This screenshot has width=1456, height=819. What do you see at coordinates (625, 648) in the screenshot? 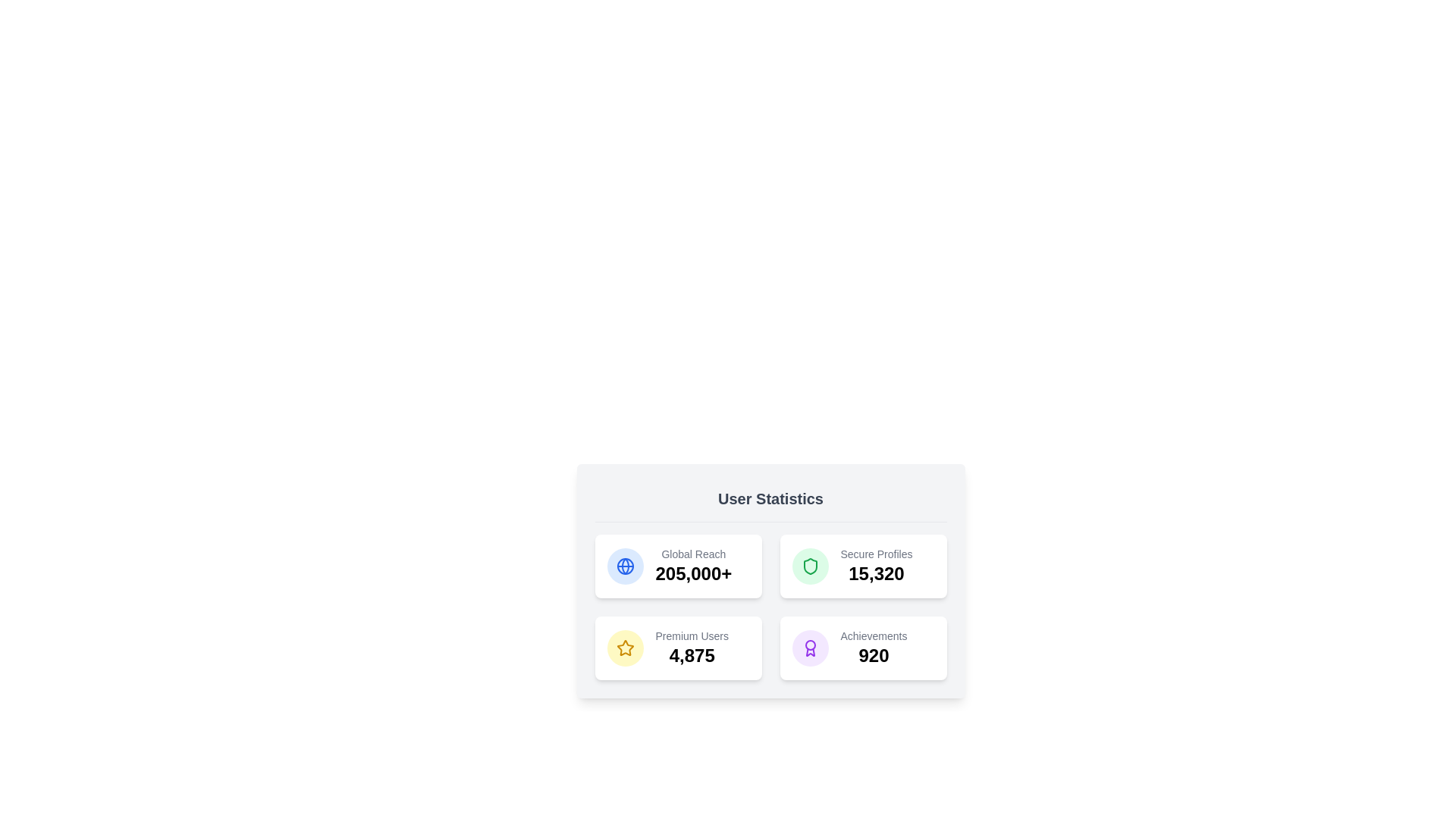
I see `the golden star icon within a circular yellow background, which is the leftmost icon in the bottom-left box of the 'User Statistics' section, located above the text 'Premium Users' and '4,875'` at bounding box center [625, 648].